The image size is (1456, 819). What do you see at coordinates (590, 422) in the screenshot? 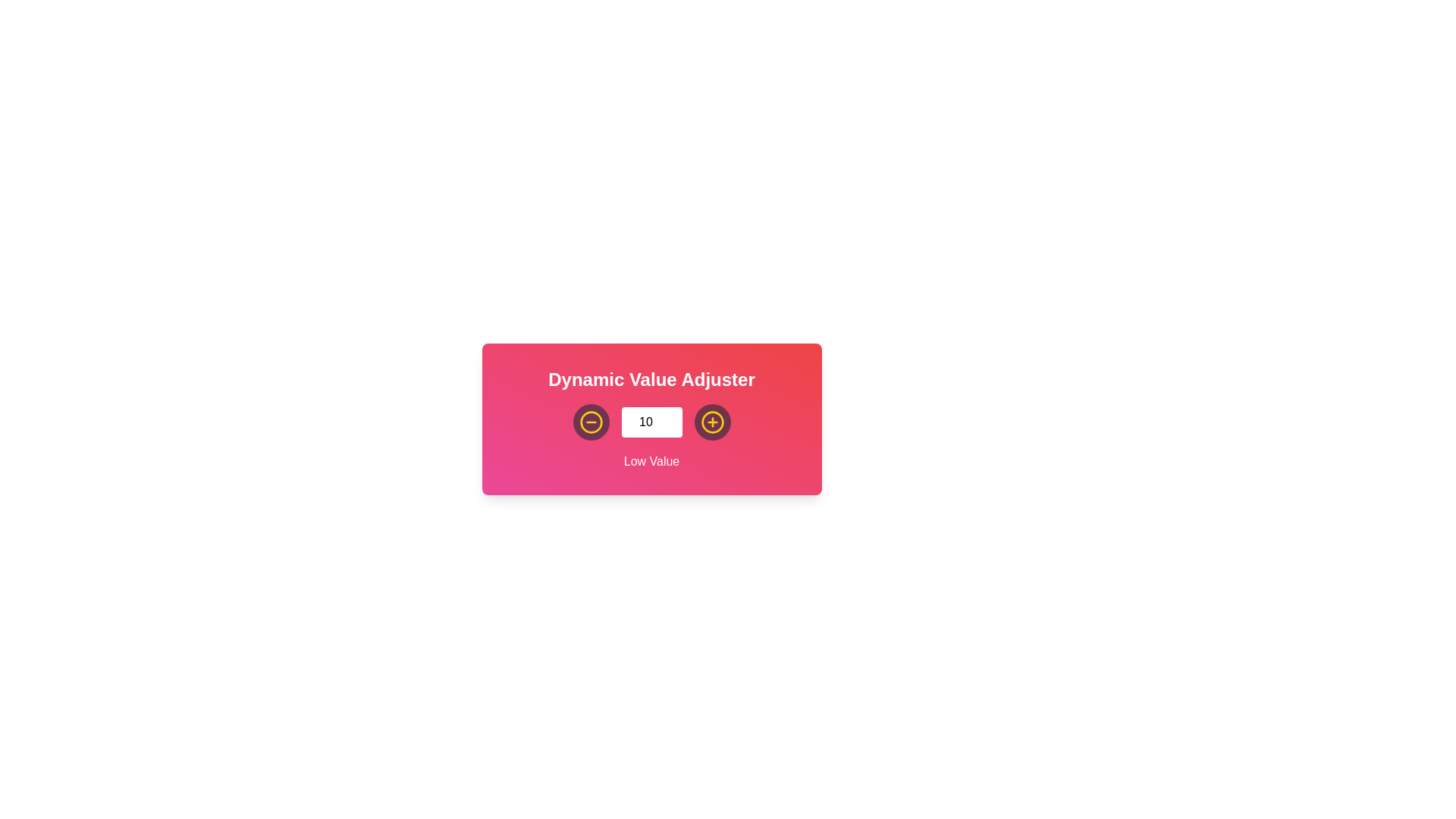
I see `the circular button with a yellow outline and purple background that resembles a minus sign` at bounding box center [590, 422].